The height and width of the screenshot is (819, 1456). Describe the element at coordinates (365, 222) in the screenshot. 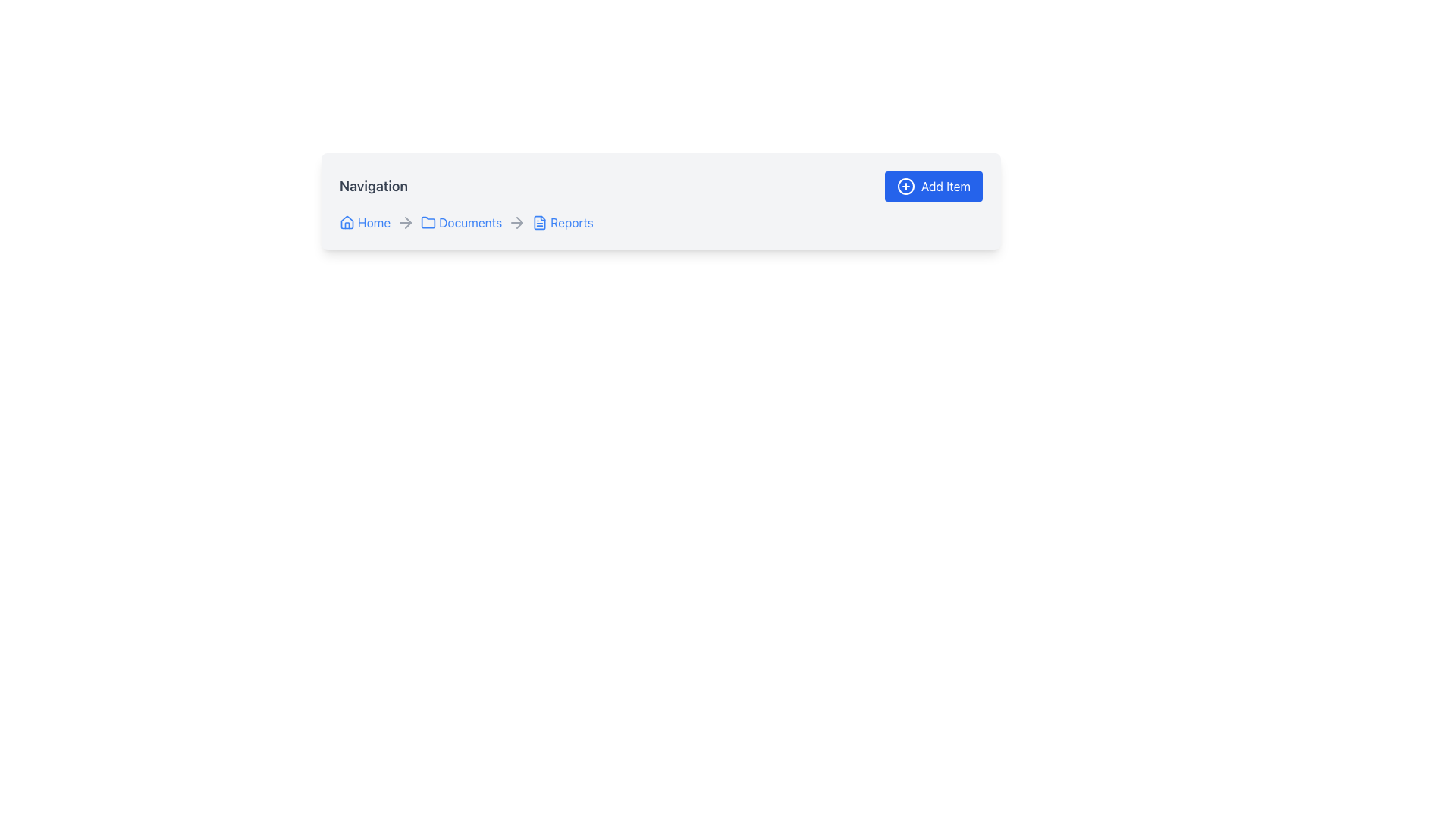

I see `the 'Home' link in the breadcrumb navigation menu, which is styled with light blue color and underlined text` at that location.